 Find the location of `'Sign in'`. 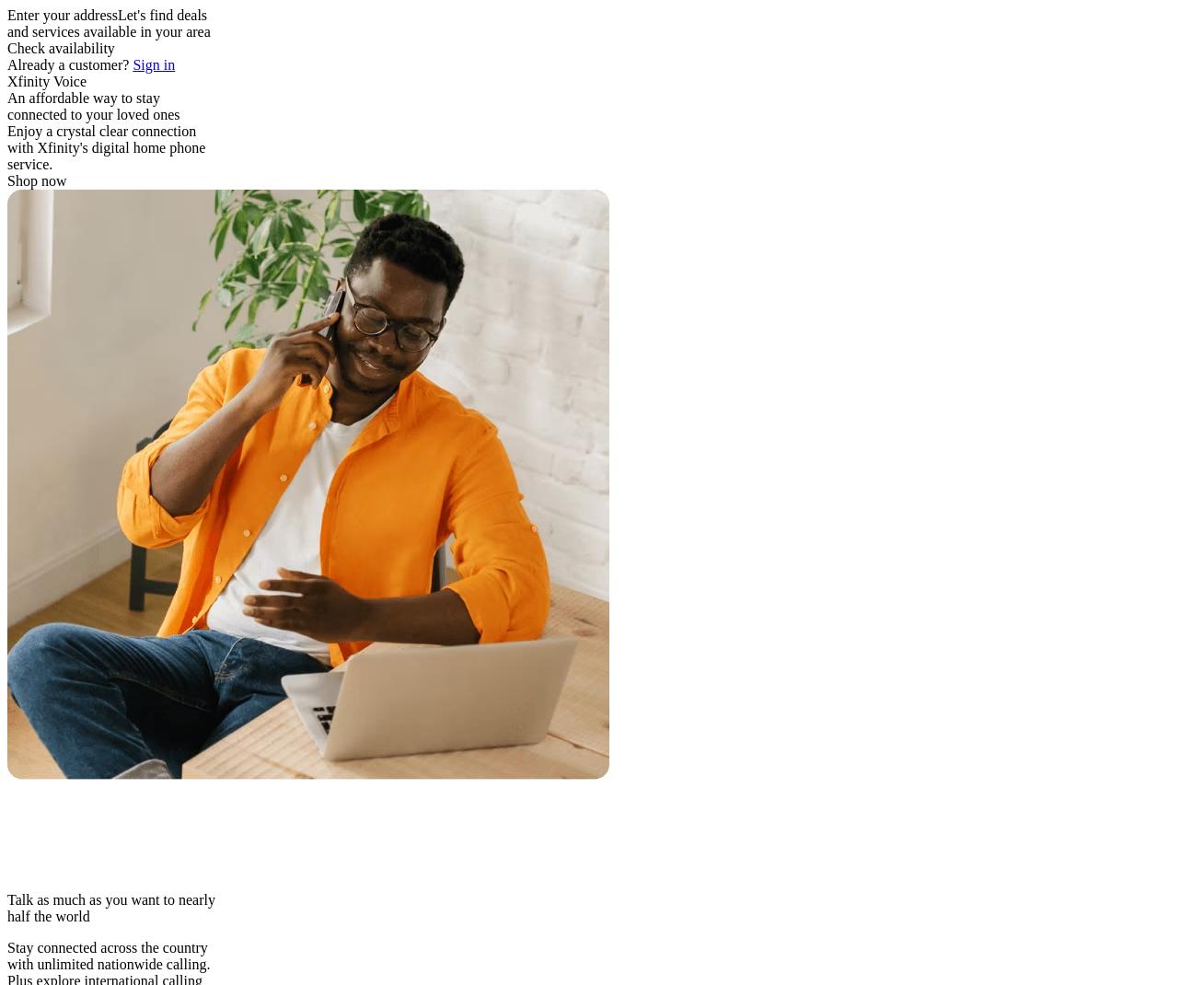

'Sign in' is located at coordinates (154, 64).